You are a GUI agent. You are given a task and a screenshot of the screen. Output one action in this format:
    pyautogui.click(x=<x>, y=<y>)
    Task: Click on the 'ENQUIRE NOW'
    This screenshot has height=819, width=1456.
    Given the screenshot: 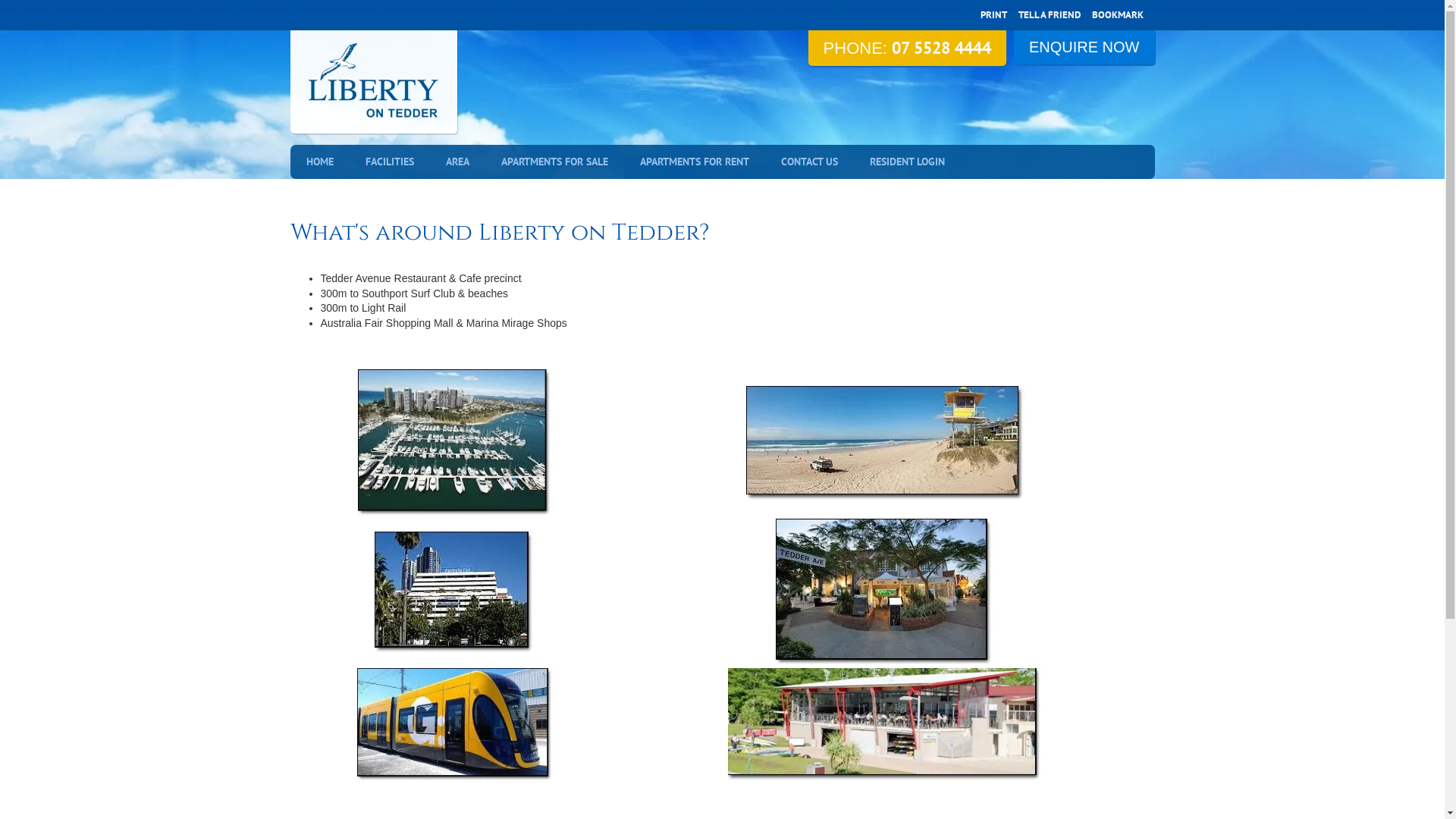 What is the action you would take?
    pyautogui.click(x=1084, y=46)
    